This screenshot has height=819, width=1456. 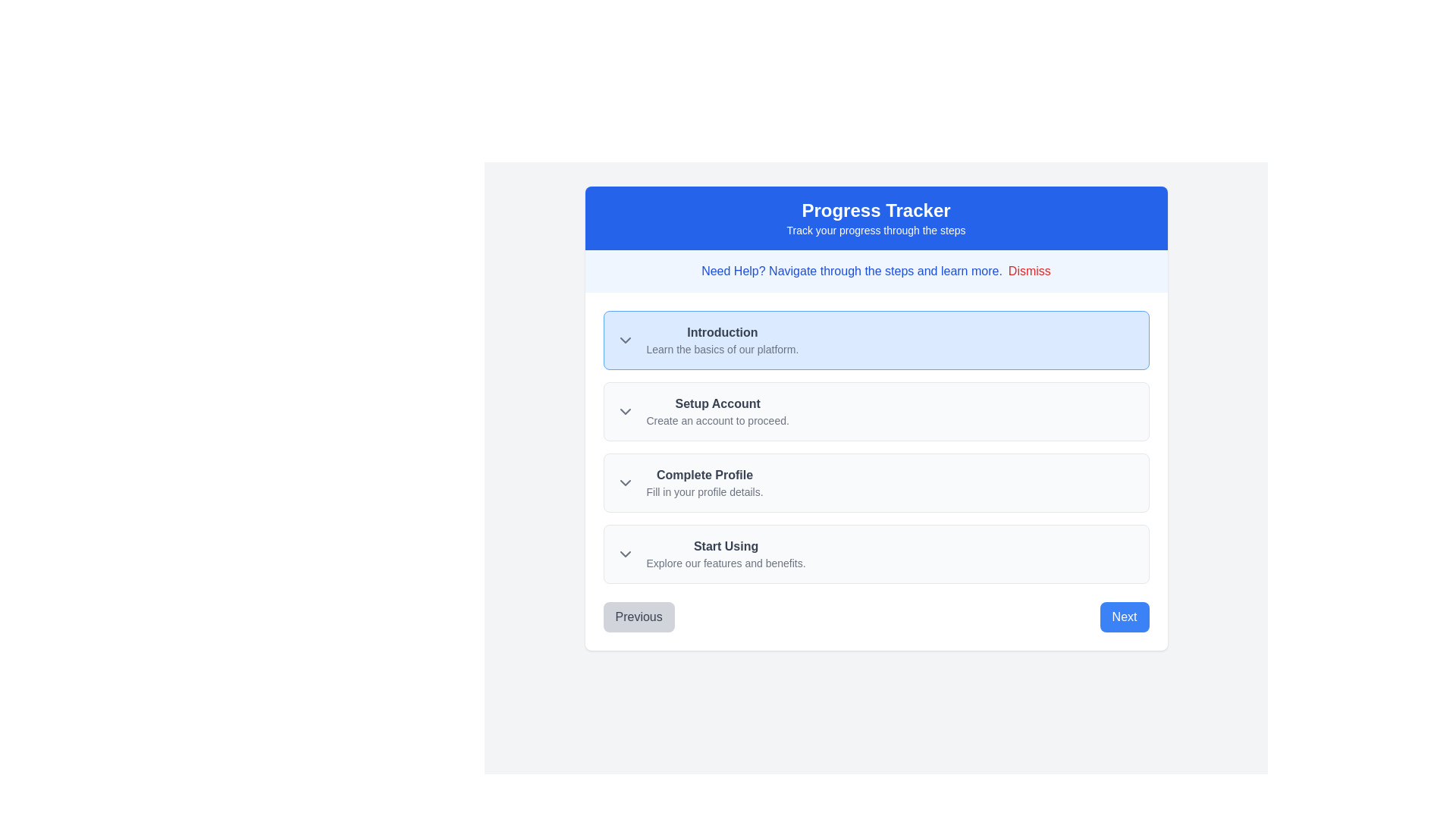 I want to click on the title of the second step indicator in the progress tracker, so click(x=876, y=412).